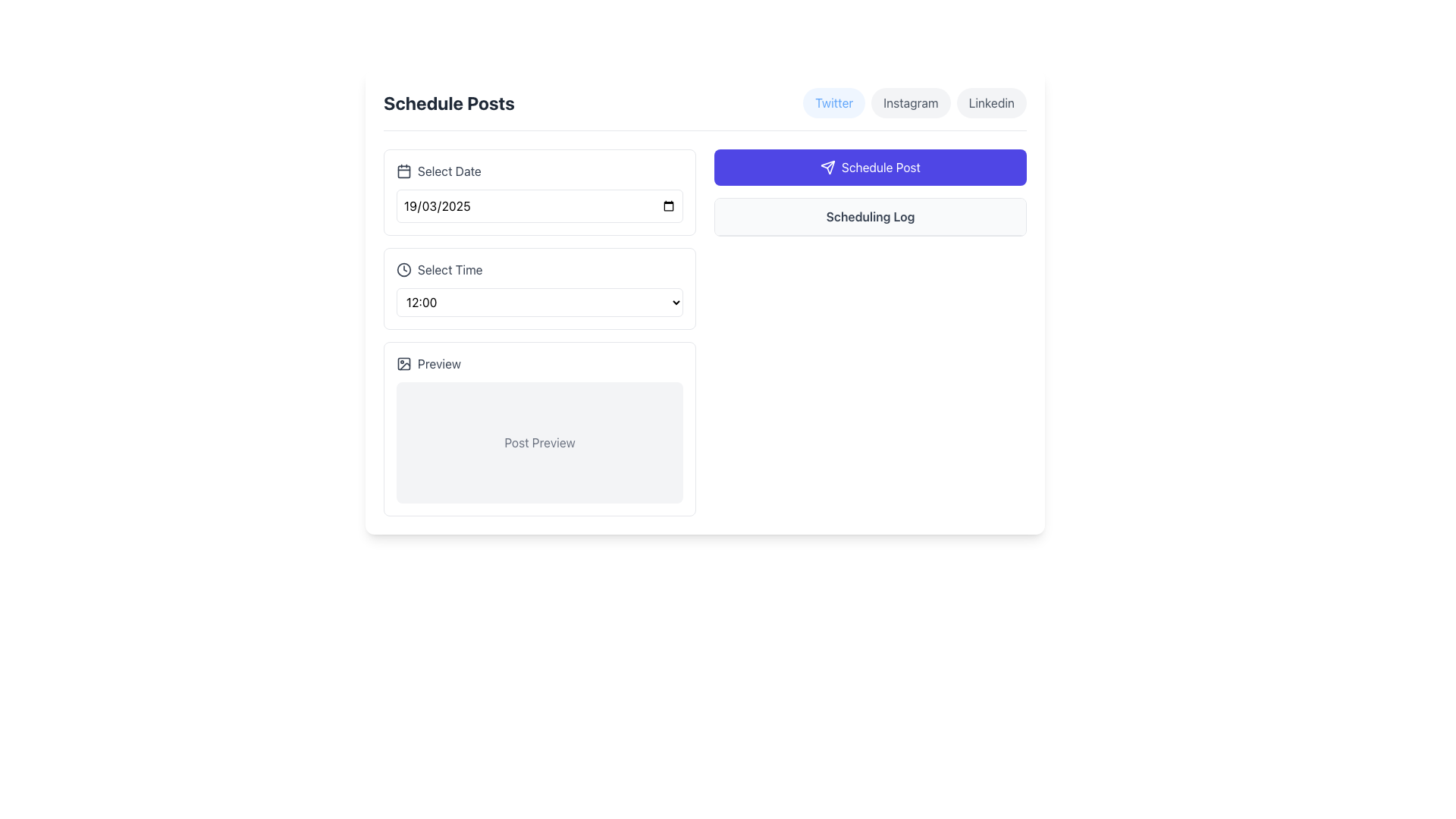 This screenshot has width=1456, height=819. I want to click on the date input field displaying '19/03/2025', so click(539, 206).